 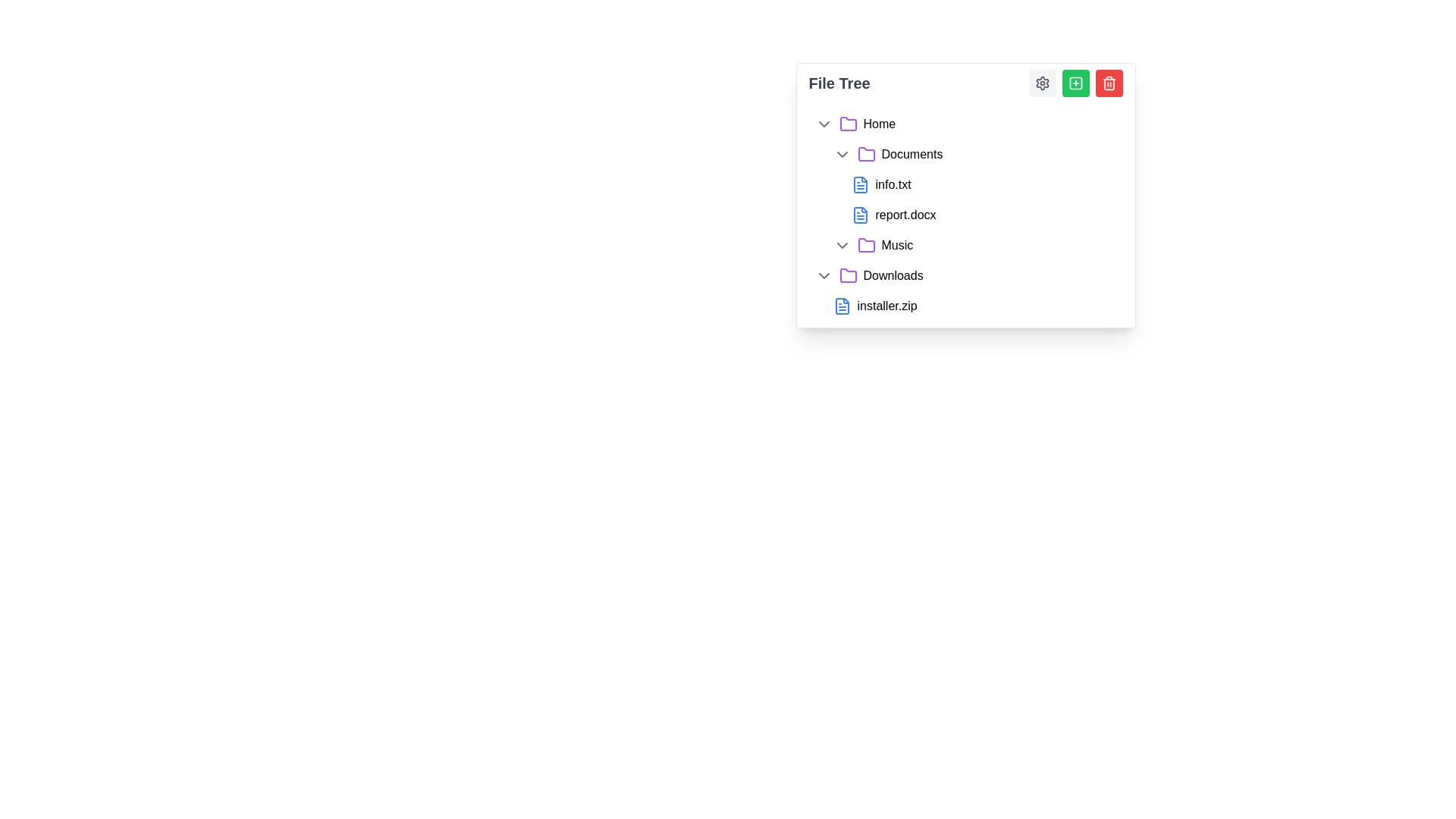 What do you see at coordinates (866, 155) in the screenshot?
I see `the 'Documents' icon located to the left of the 'Documents' text in the file tree structure` at bounding box center [866, 155].